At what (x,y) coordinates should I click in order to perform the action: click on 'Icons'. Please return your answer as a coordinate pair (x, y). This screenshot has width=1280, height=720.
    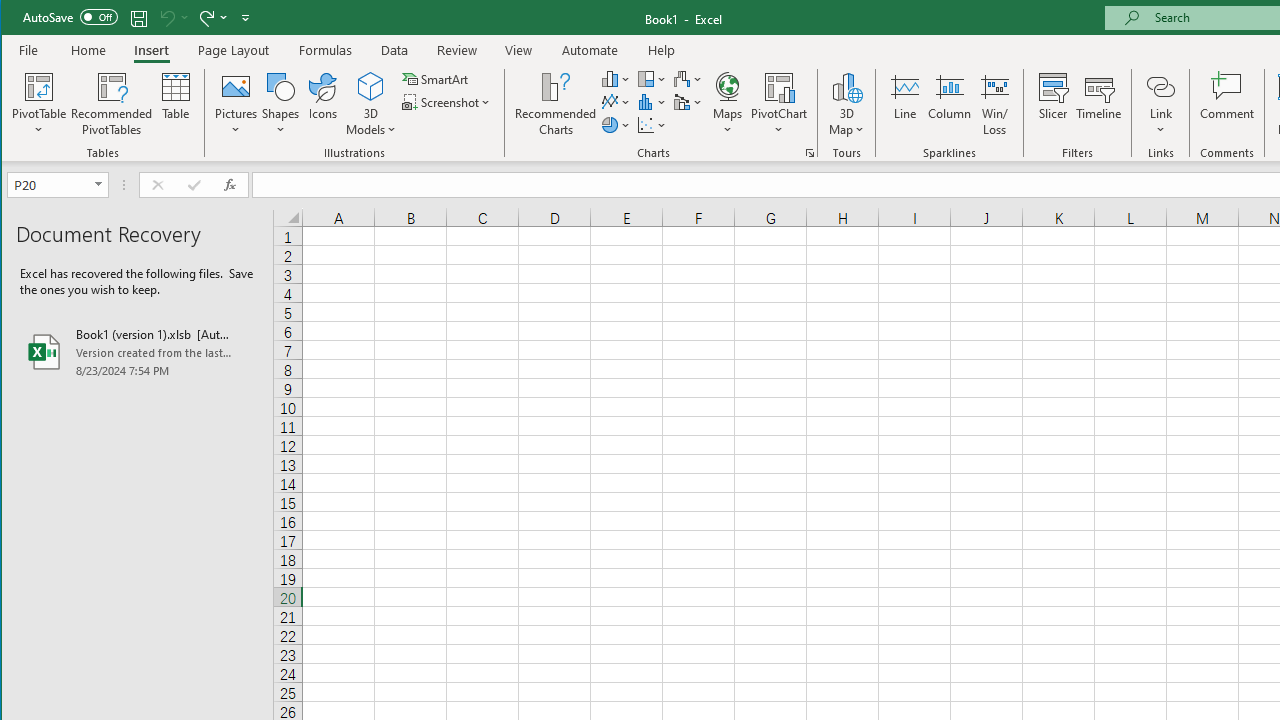
    Looking at the image, I should click on (323, 104).